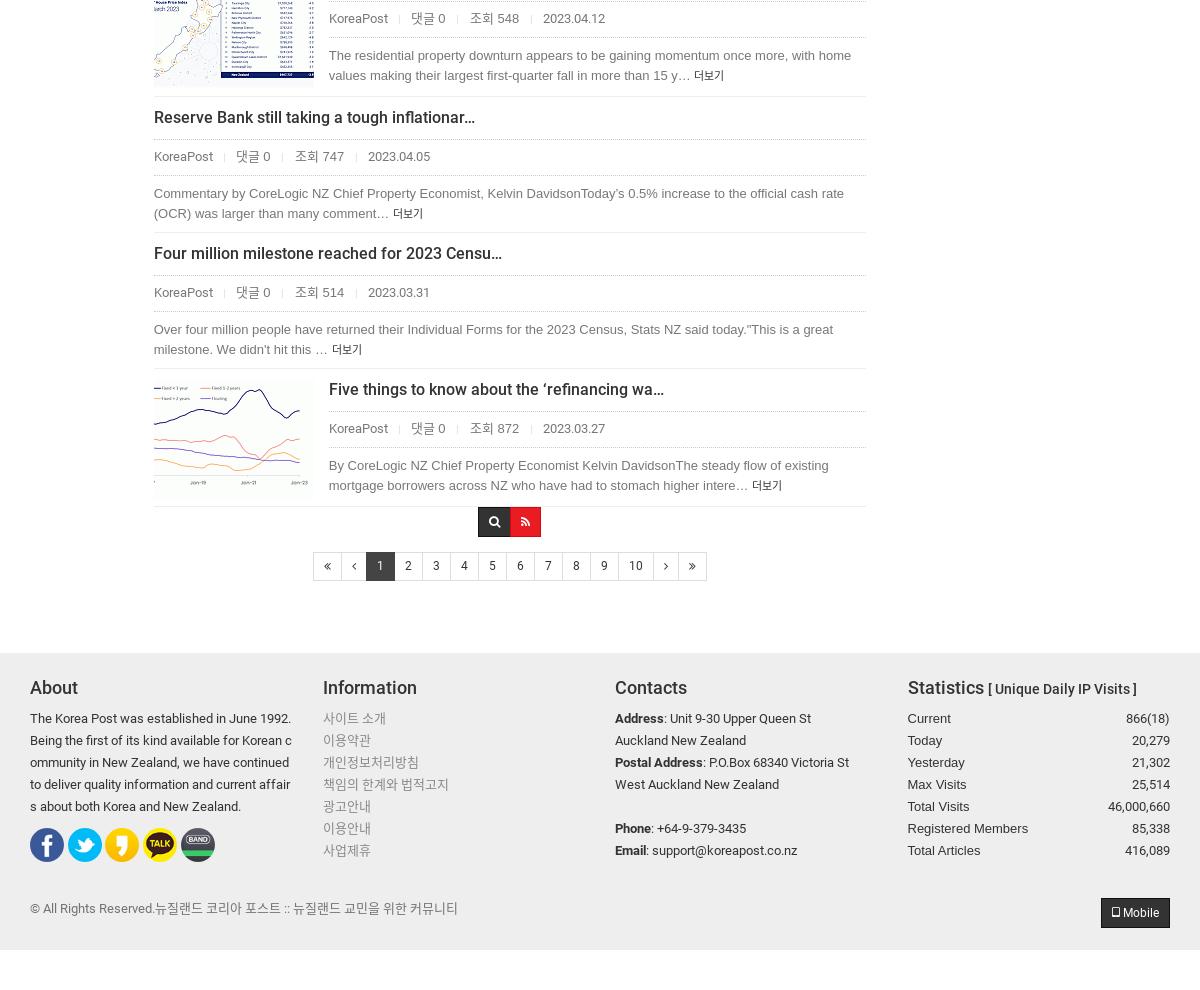 The image size is (1200, 990). I want to click on '2023.03.27', so click(570, 427).